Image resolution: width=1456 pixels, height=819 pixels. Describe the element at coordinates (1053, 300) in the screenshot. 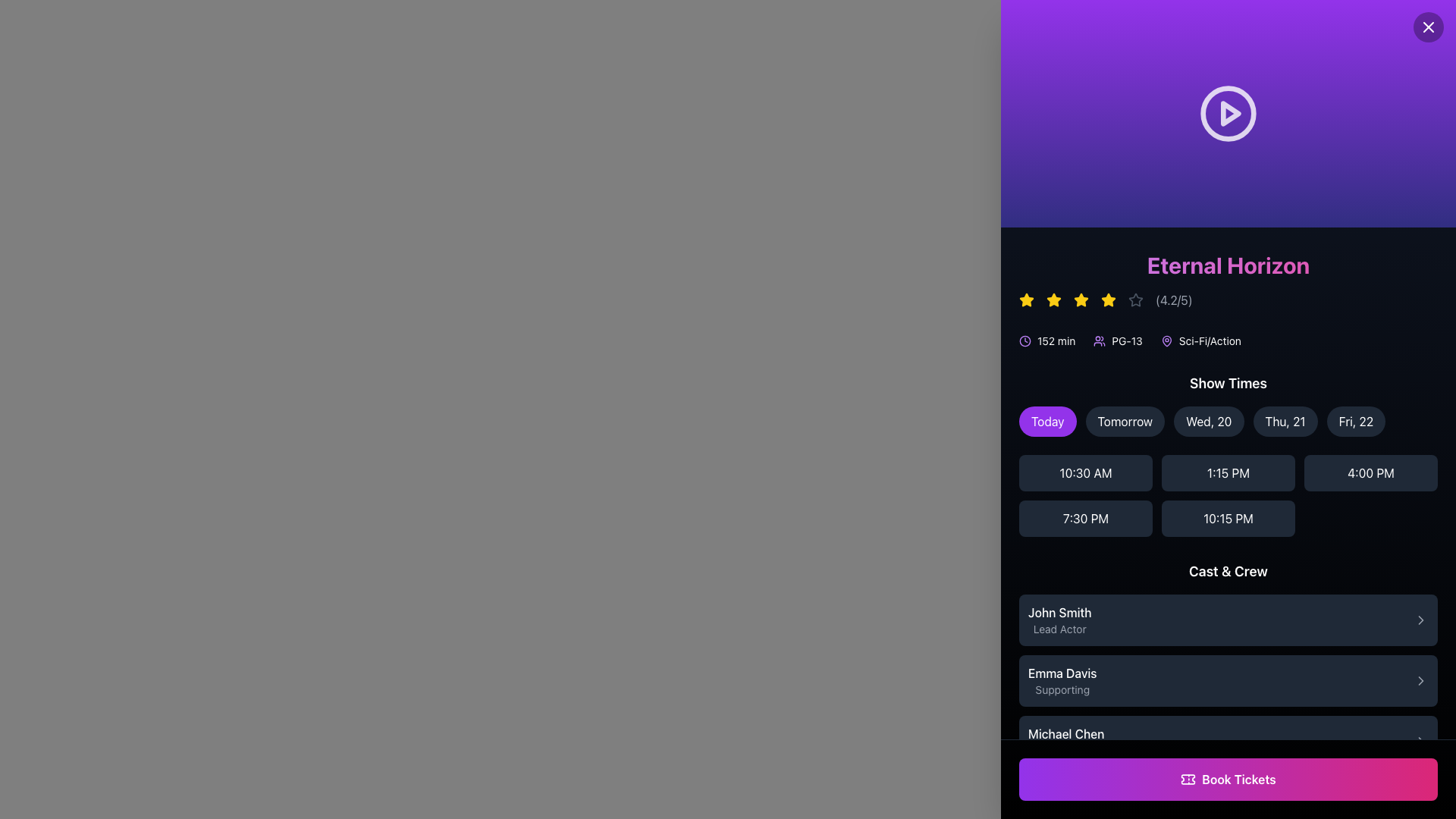

I see `the second star icon in the sequence, which is a five-pointed yellow star` at that location.